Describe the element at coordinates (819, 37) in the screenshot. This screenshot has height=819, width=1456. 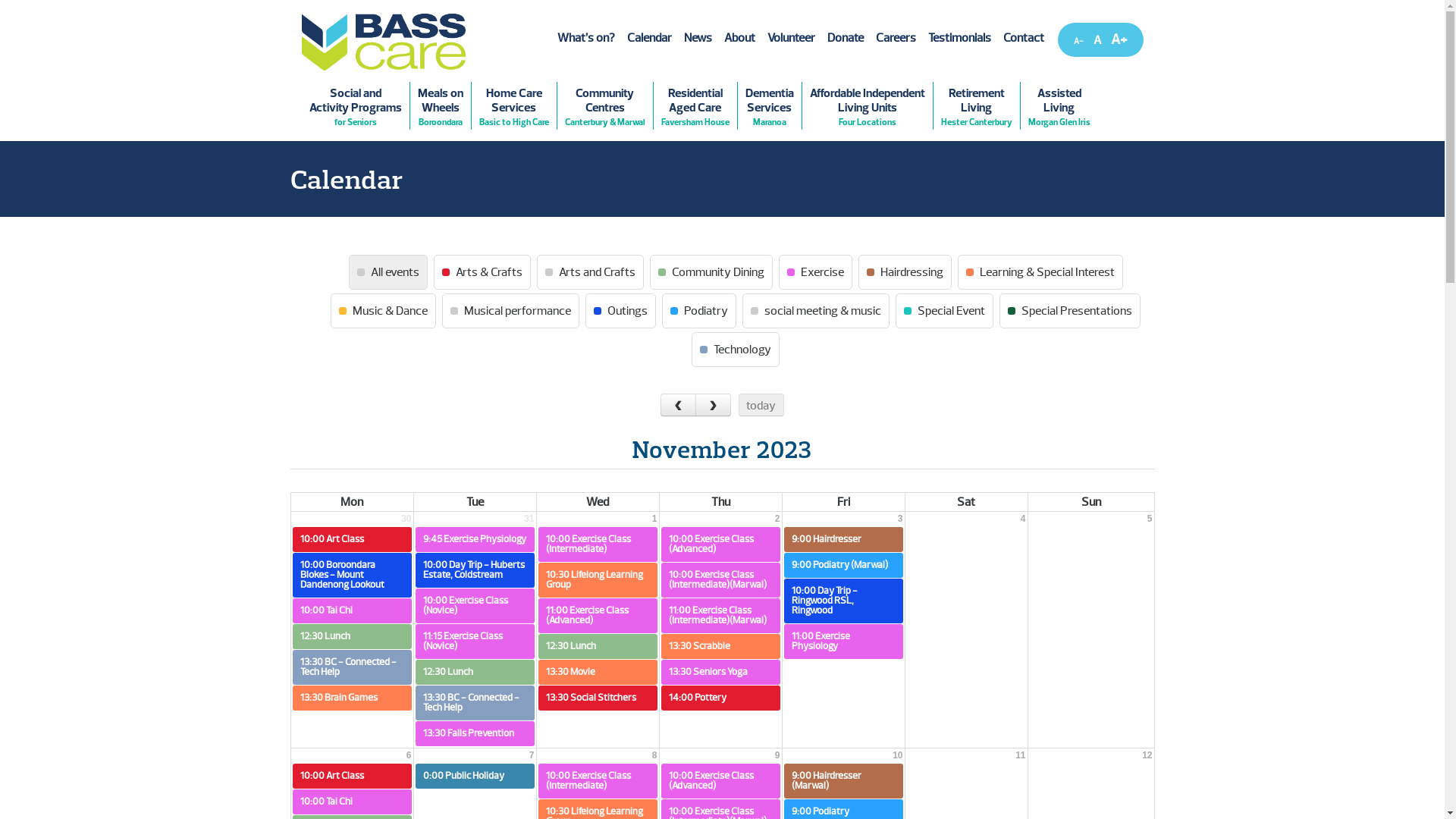
I see `'Donate'` at that location.